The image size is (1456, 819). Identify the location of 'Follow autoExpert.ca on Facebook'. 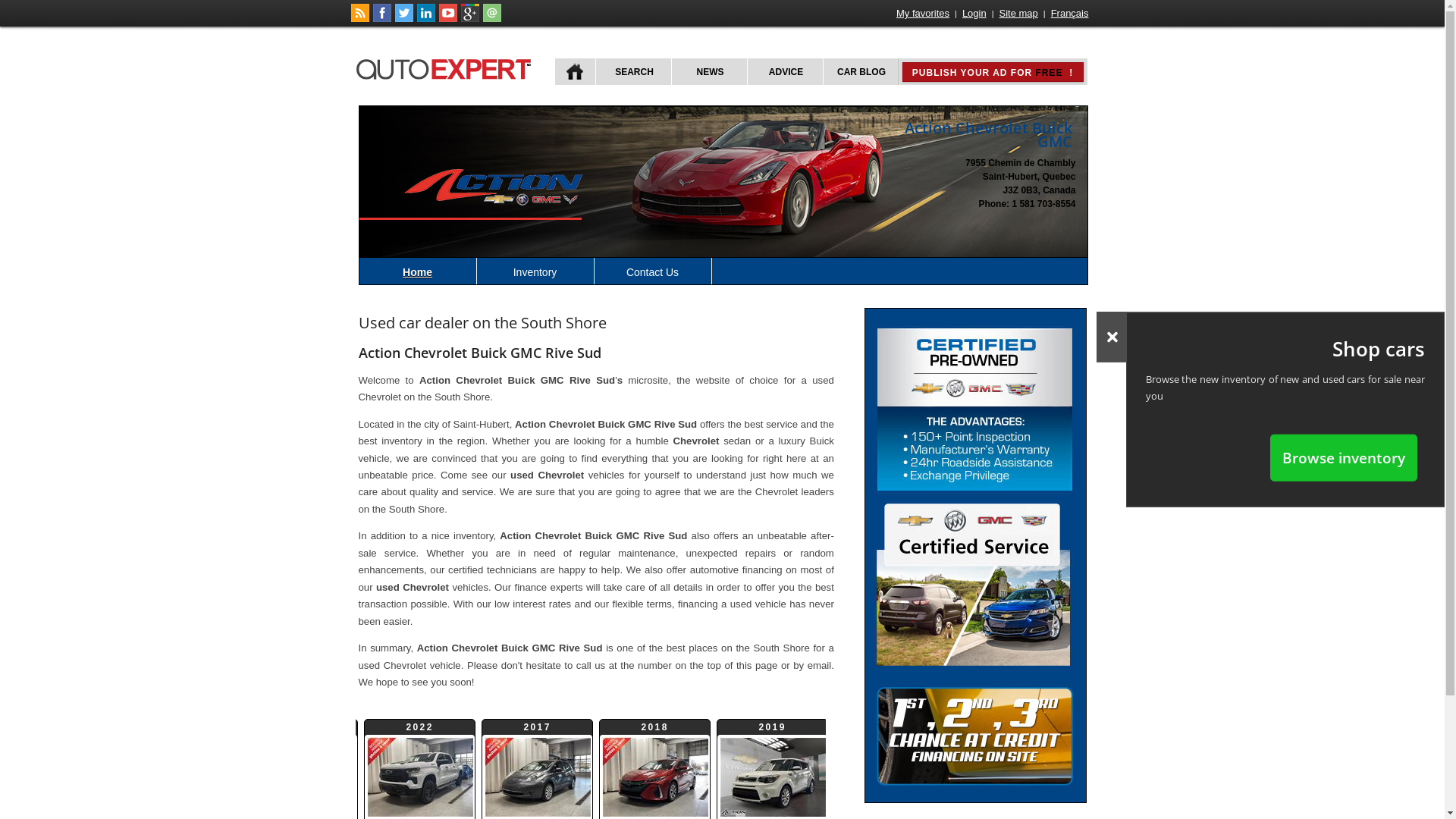
(382, 18).